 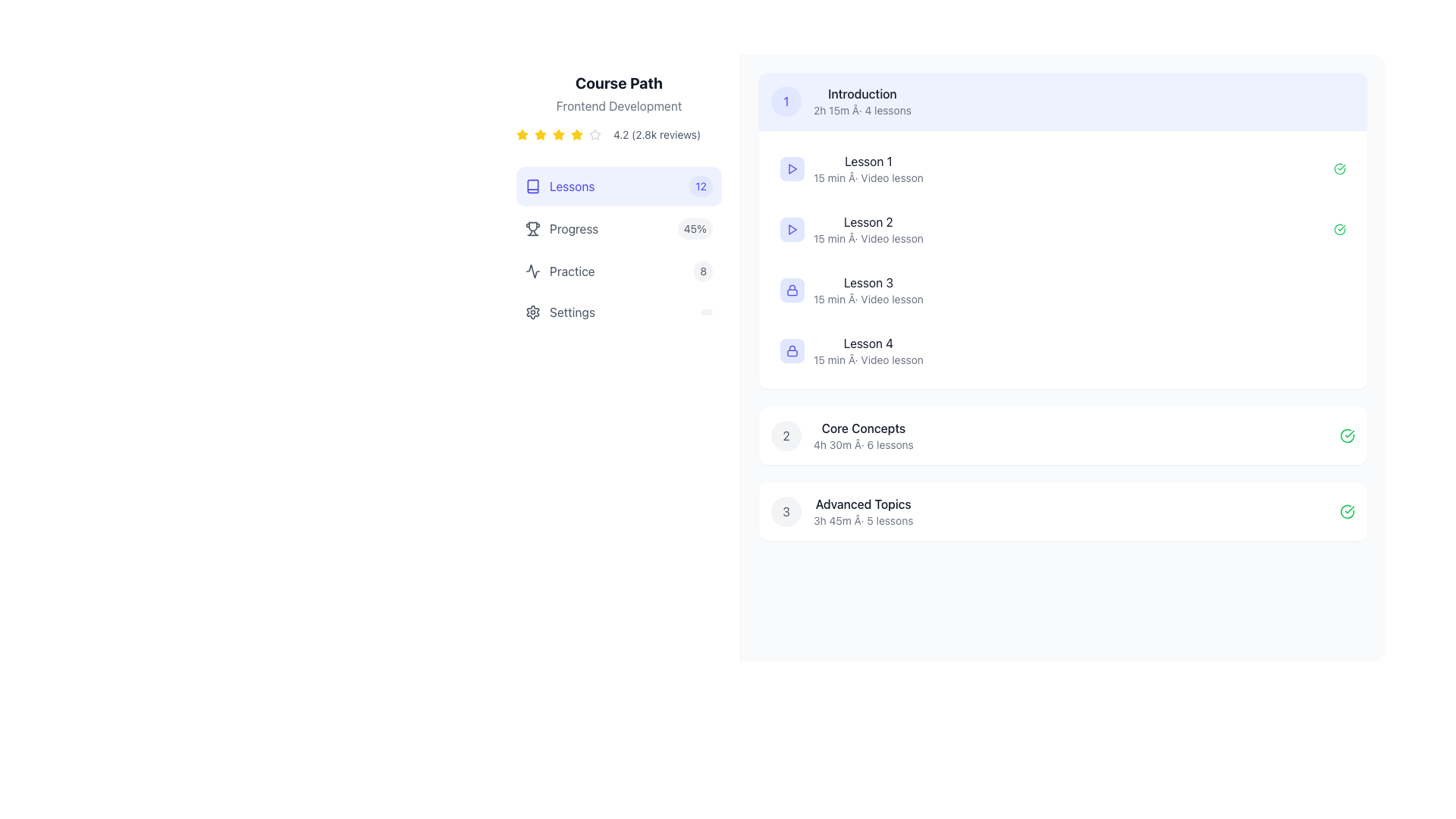 What do you see at coordinates (559, 271) in the screenshot?
I see `the 'Practice' text element located` at bounding box center [559, 271].